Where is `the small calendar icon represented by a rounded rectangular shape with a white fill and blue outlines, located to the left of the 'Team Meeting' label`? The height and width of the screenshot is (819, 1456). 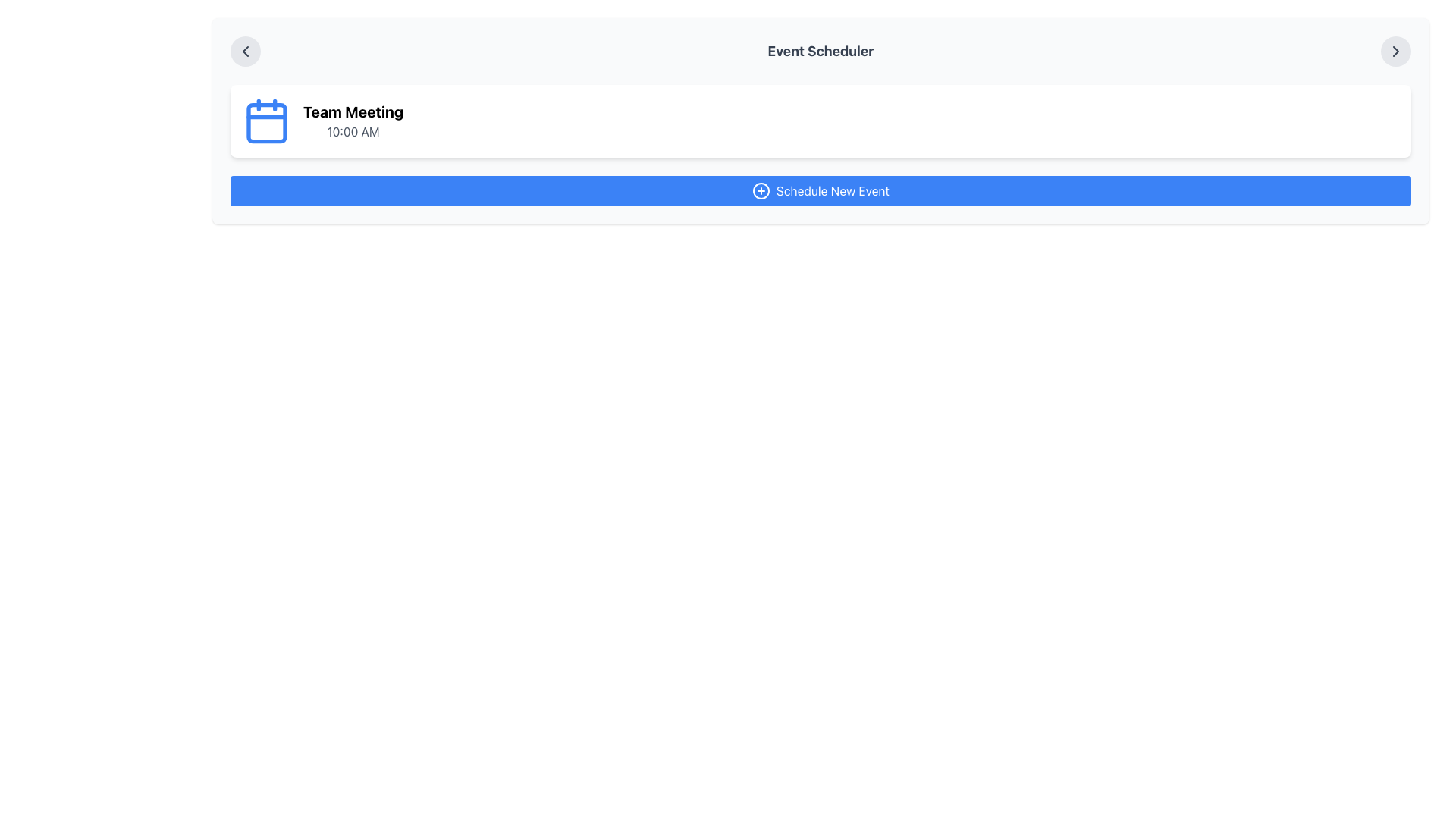
the small calendar icon represented by a rounded rectangular shape with a white fill and blue outlines, located to the left of the 'Team Meeting' label is located at coordinates (266, 122).